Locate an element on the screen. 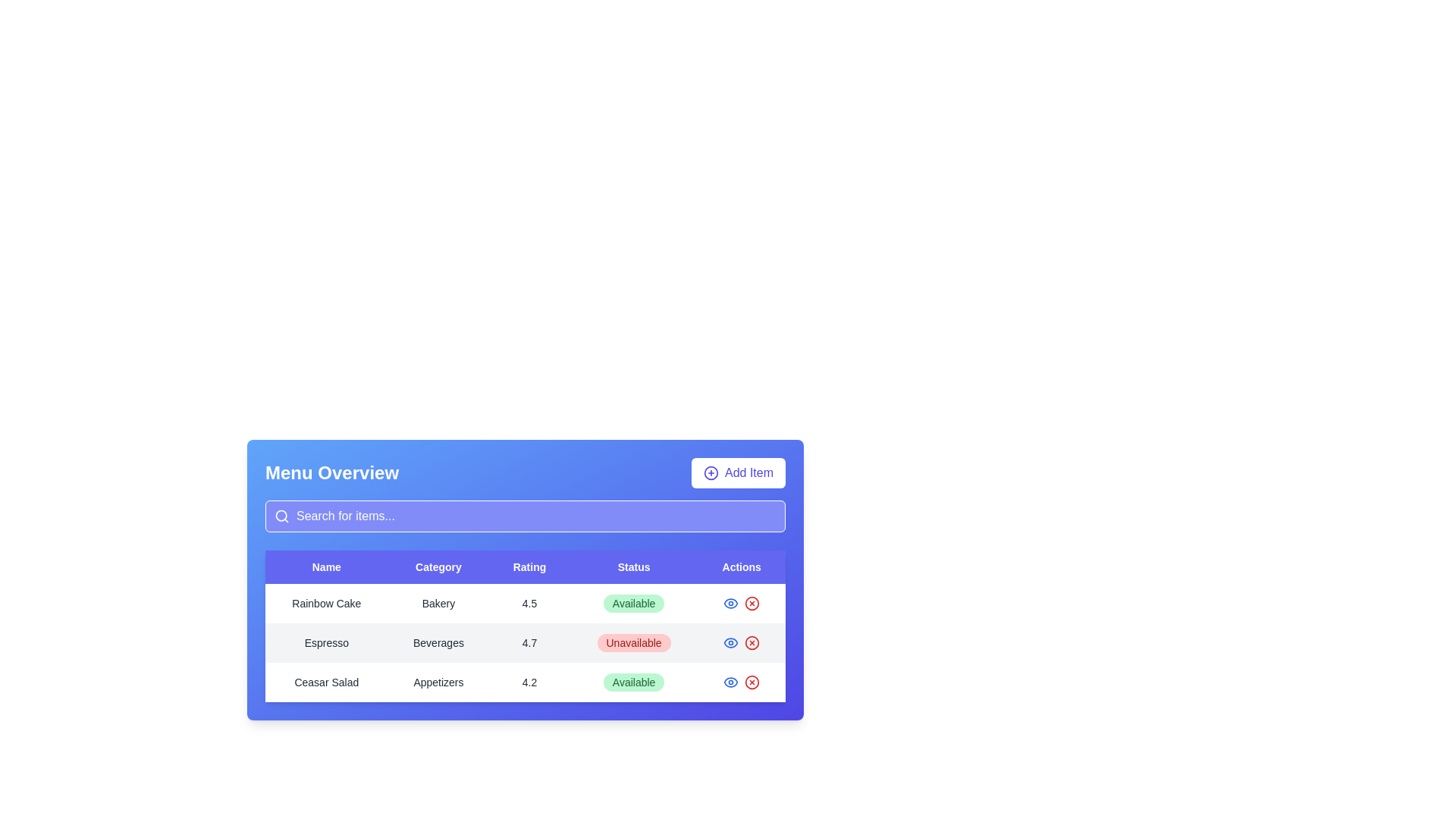 Image resolution: width=1456 pixels, height=819 pixels. the 'Rainbow Cake' text label, which is centrally aligned in the first row of the table under the 'Name' column is located at coordinates (325, 602).